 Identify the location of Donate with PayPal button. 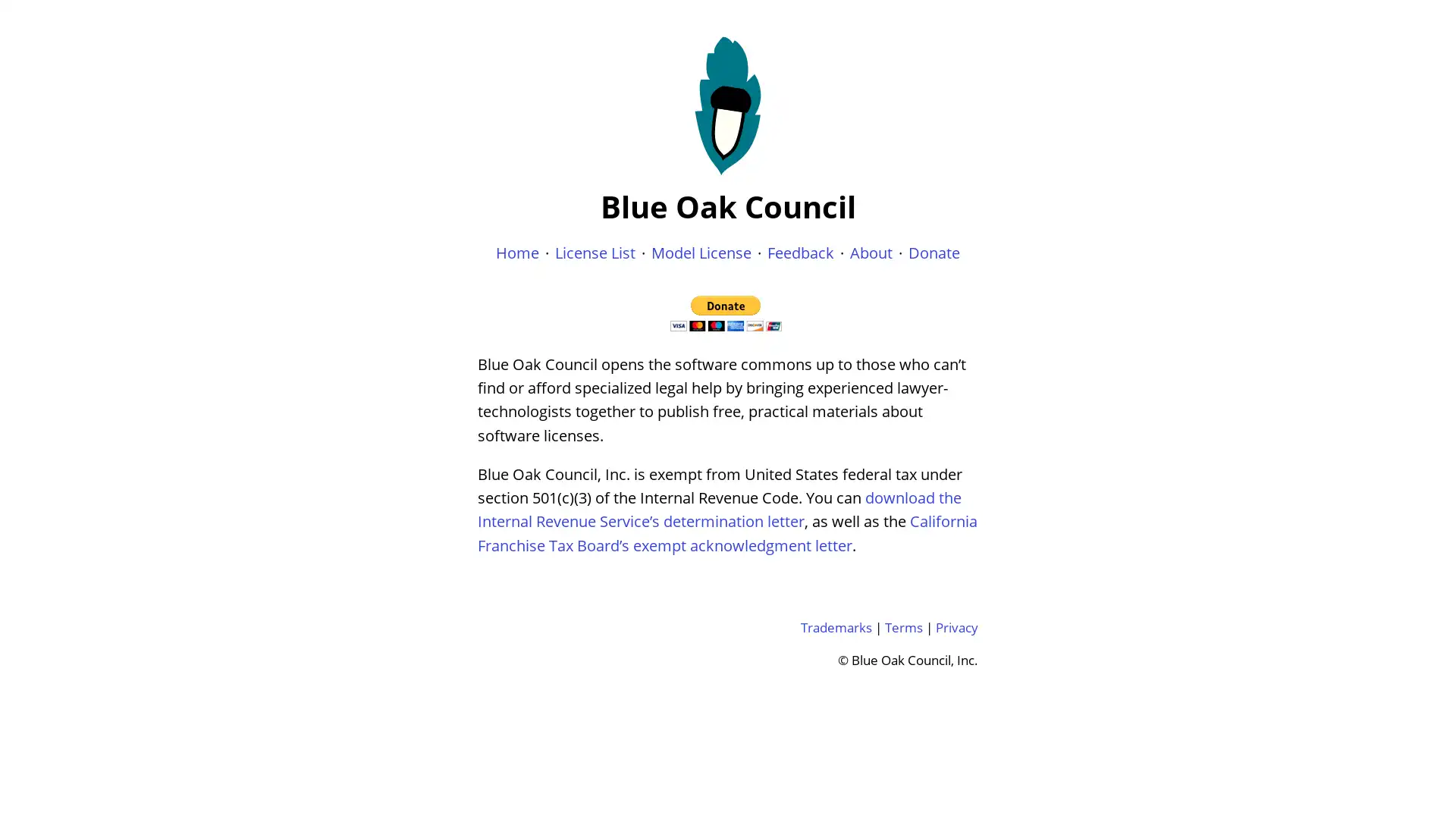
(724, 312).